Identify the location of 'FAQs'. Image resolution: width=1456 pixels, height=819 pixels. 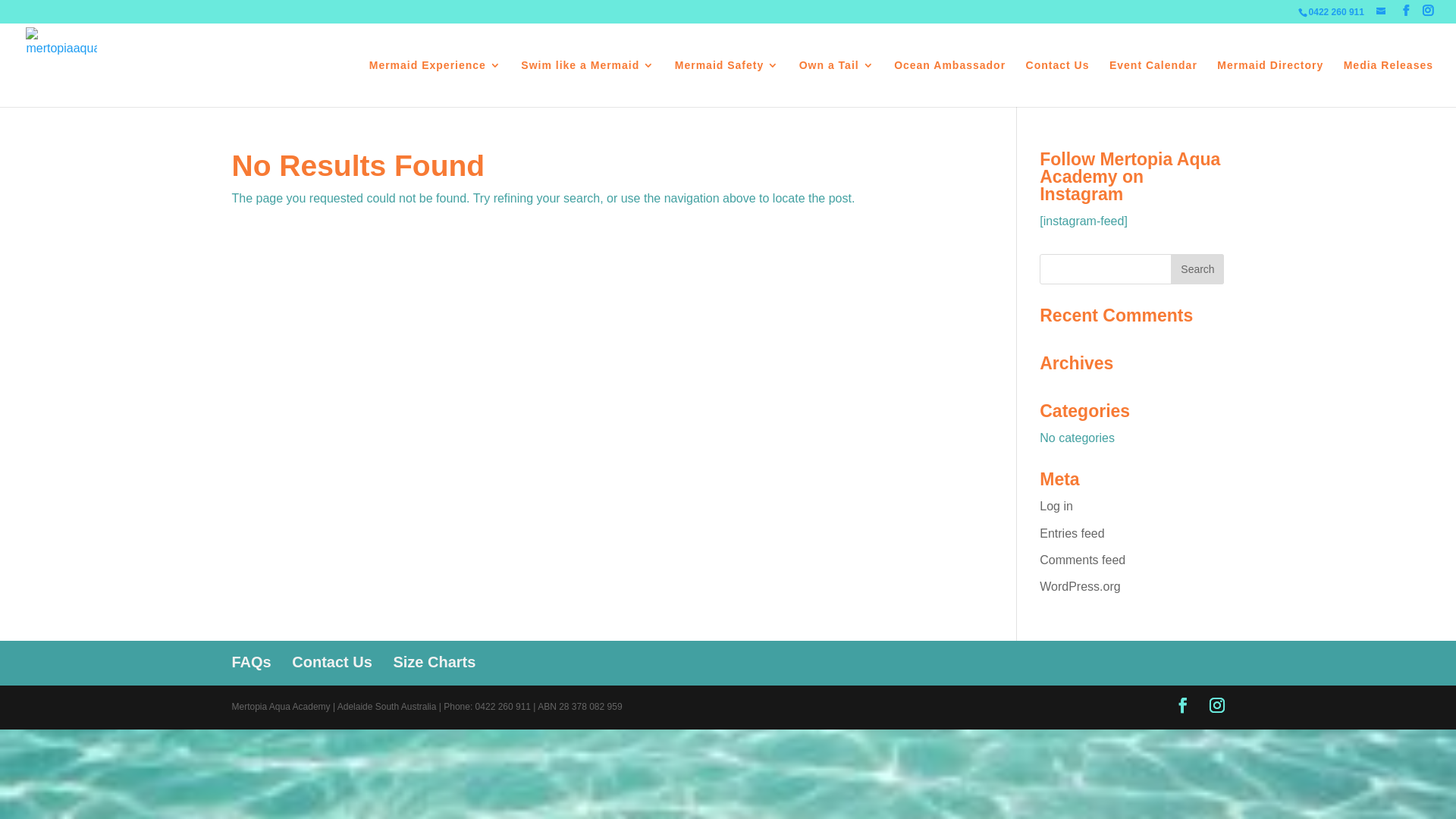
(251, 661).